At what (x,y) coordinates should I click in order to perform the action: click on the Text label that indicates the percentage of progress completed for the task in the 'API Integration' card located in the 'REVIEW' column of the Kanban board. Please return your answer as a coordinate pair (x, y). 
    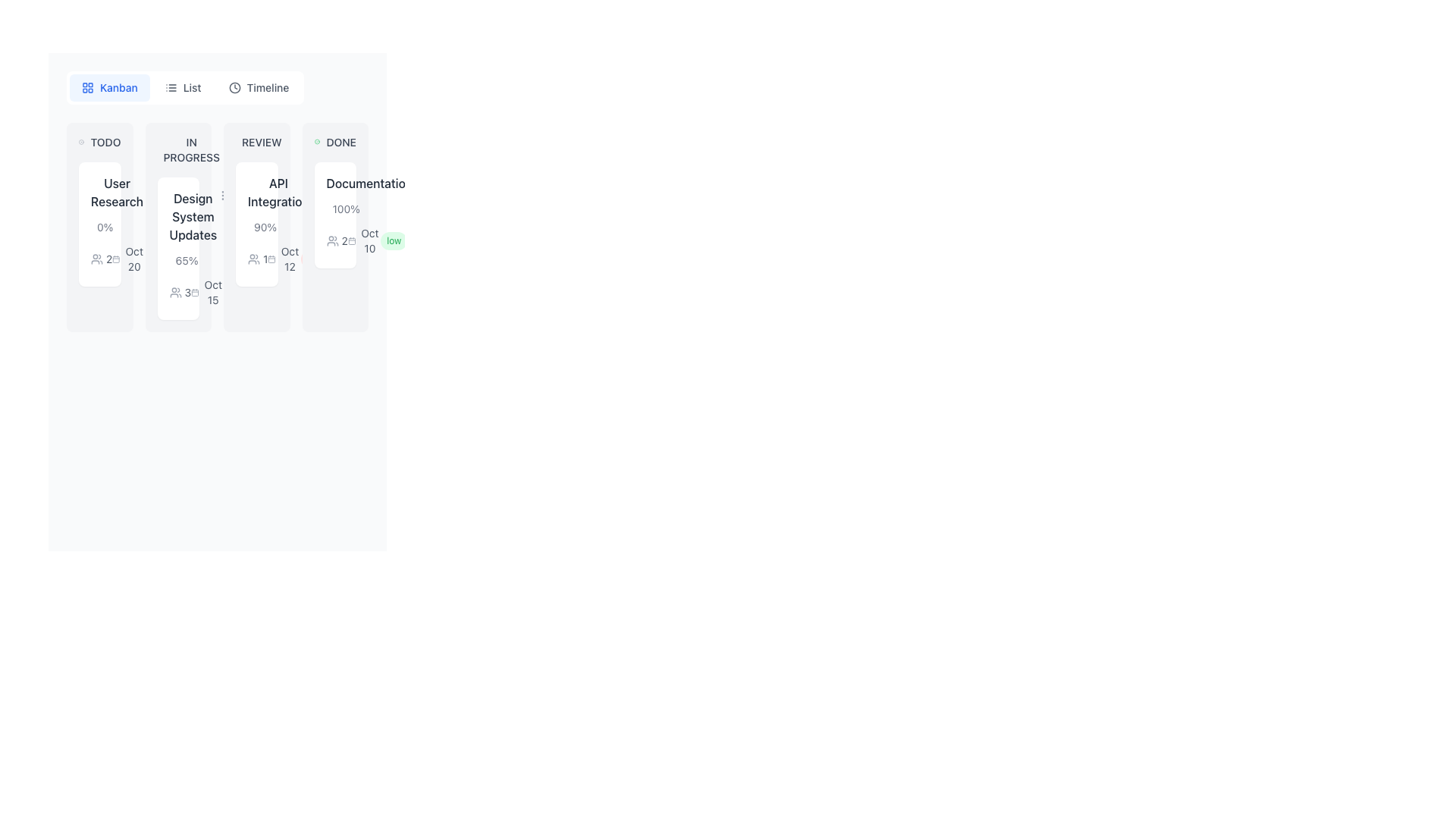
    Looking at the image, I should click on (265, 227).